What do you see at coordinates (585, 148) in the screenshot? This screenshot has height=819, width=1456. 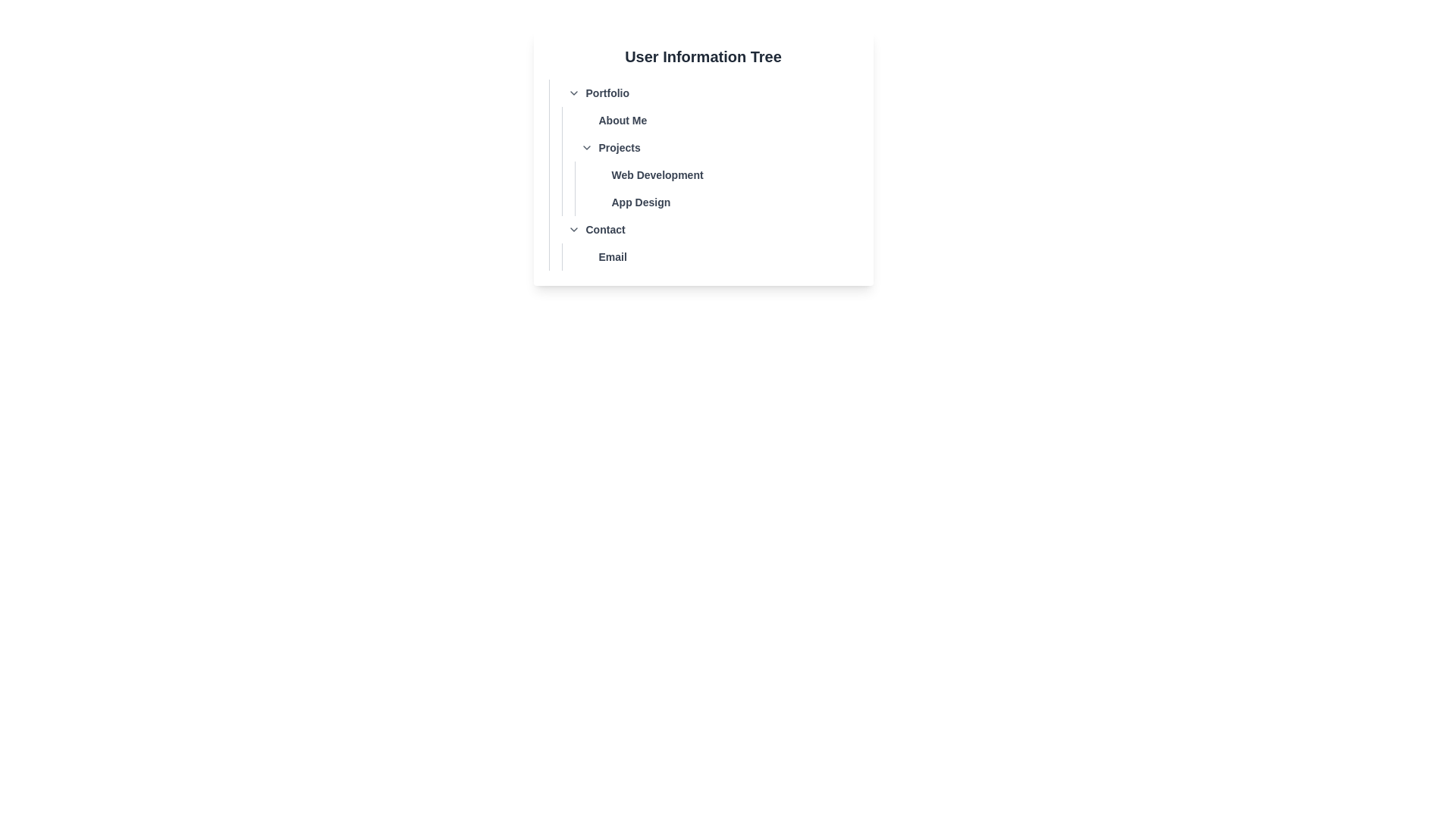 I see `the Dropdown toggler icon, which is a small downward-pointing chevron located to the left of the text 'Projects'` at bounding box center [585, 148].